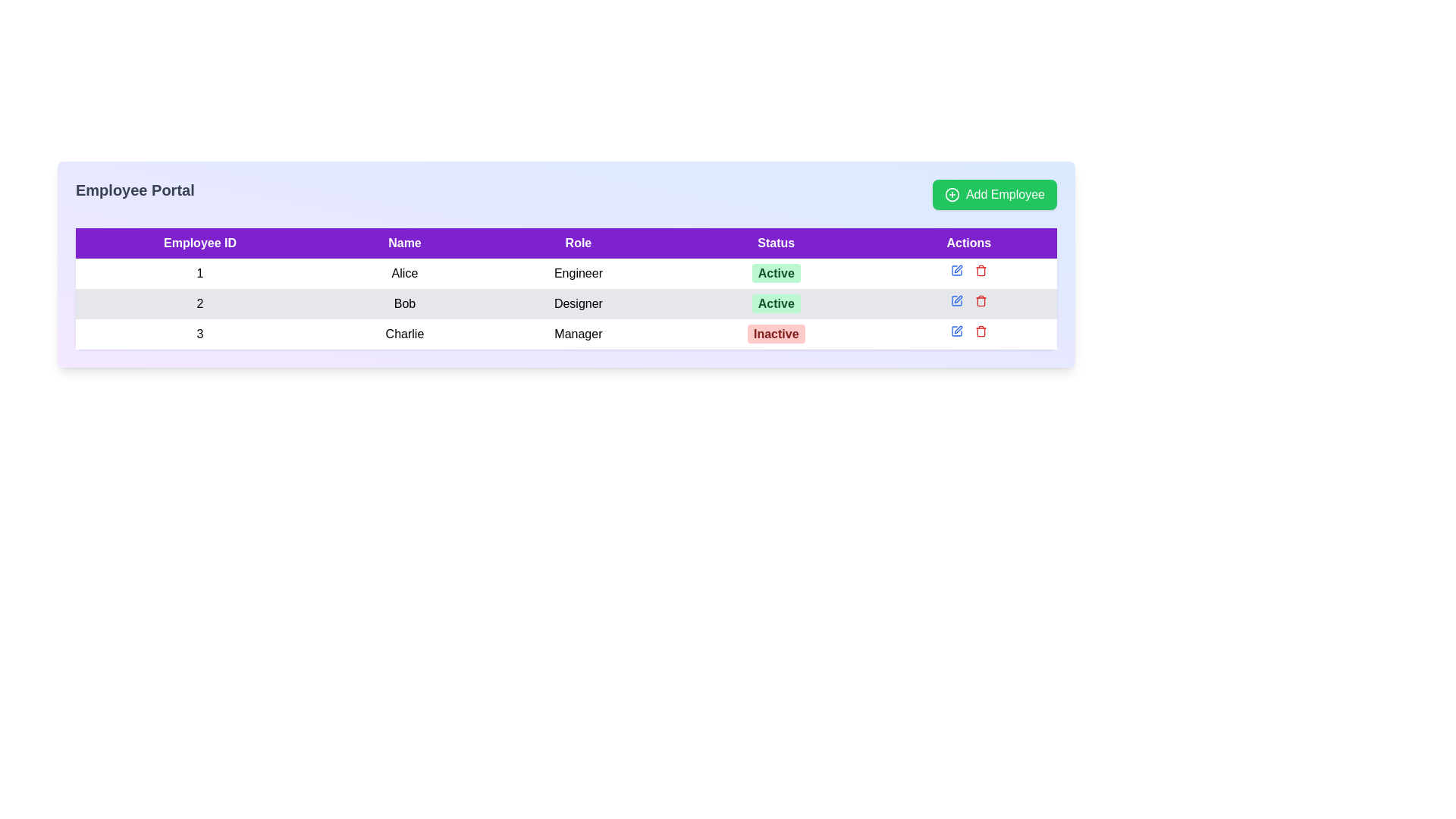  What do you see at coordinates (776, 273) in the screenshot?
I see `the 'Active' label with a green background located in the second row of the table under the 'Status' column for the entry 'Bob'` at bounding box center [776, 273].